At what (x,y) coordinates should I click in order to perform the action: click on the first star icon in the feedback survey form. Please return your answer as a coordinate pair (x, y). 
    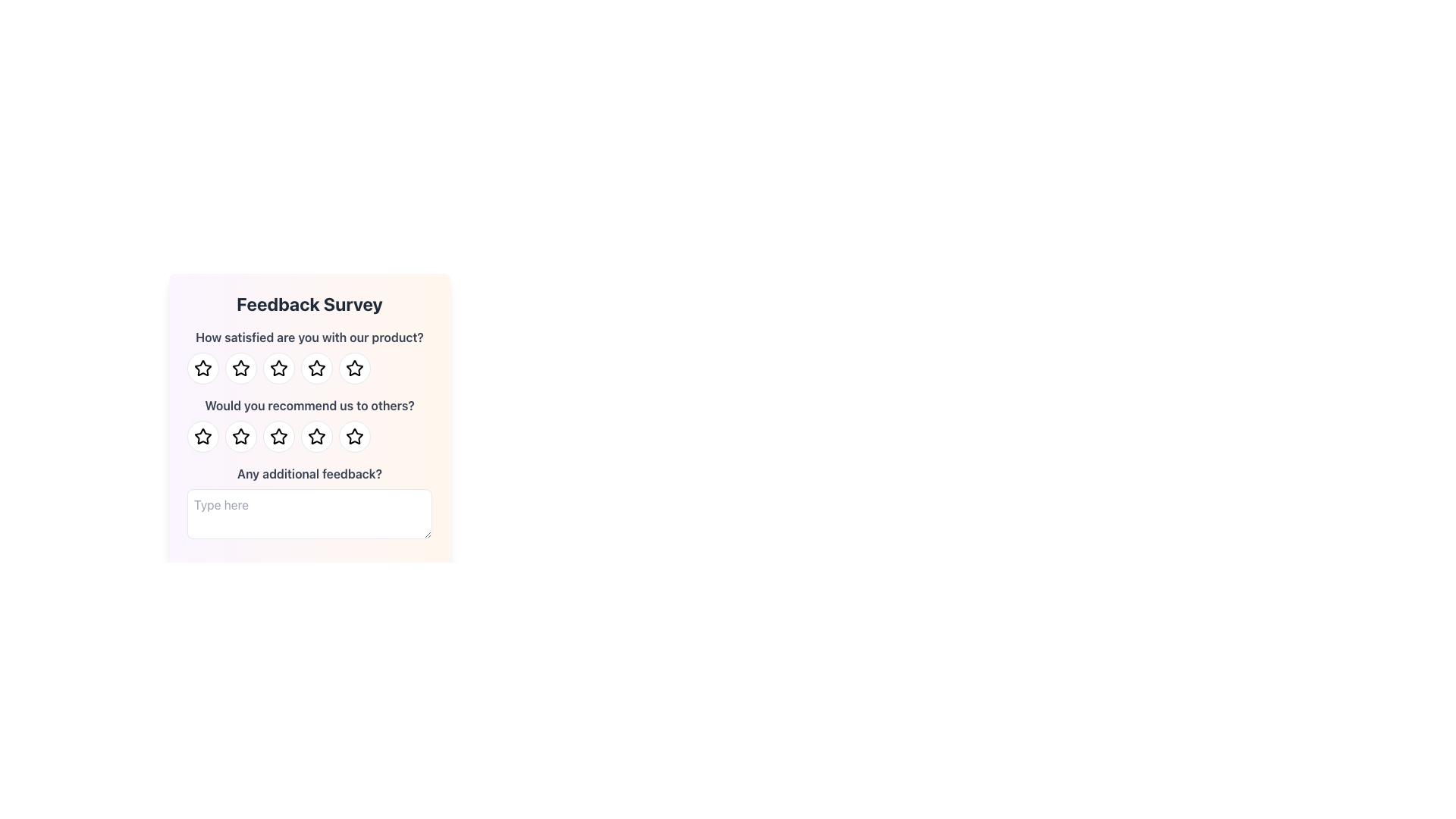
    Looking at the image, I should click on (202, 368).